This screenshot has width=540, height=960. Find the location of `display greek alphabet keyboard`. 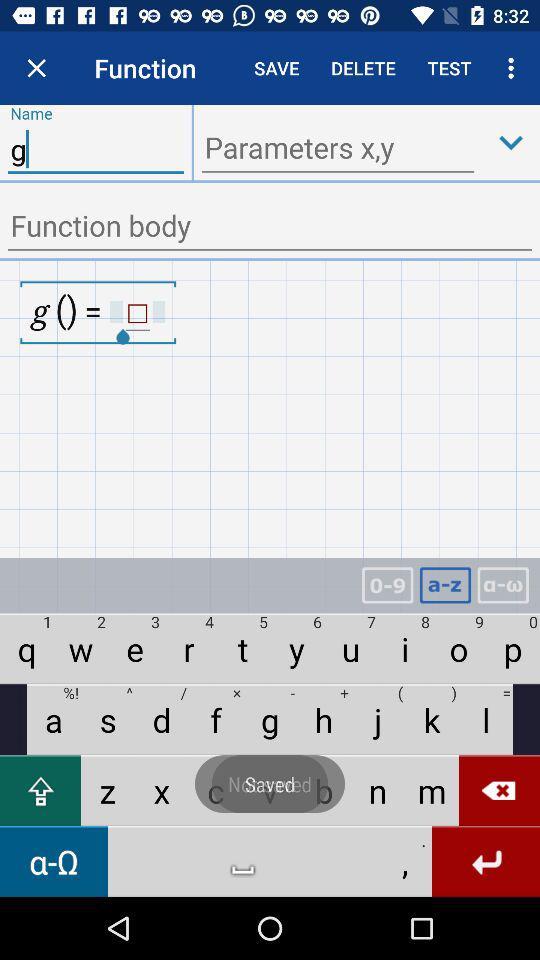

display greek alphabet keyboard is located at coordinates (502, 585).